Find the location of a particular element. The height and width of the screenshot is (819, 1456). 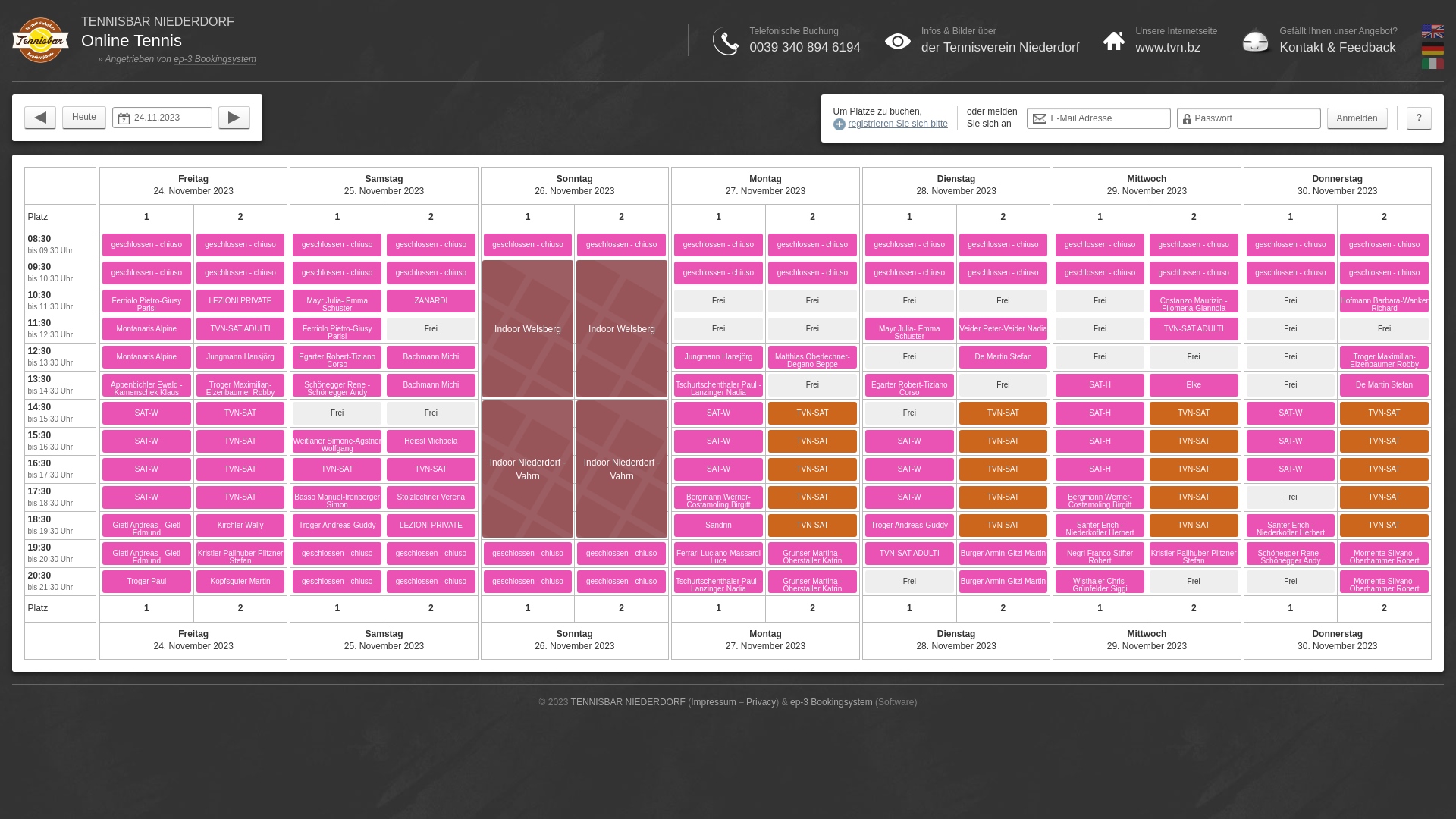

'Troger Maximilian-Elzenbaumer Robby' is located at coordinates (1384, 356).